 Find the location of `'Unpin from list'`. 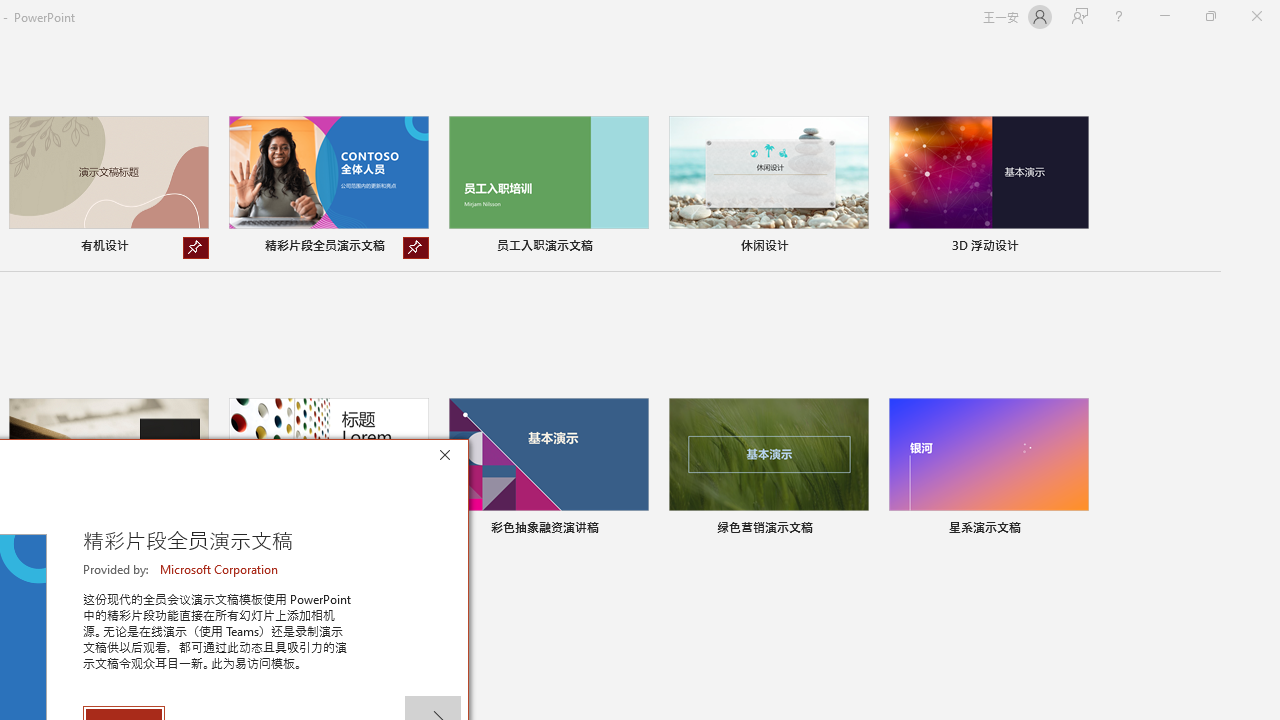

'Unpin from list' is located at coordinates (415, 247).